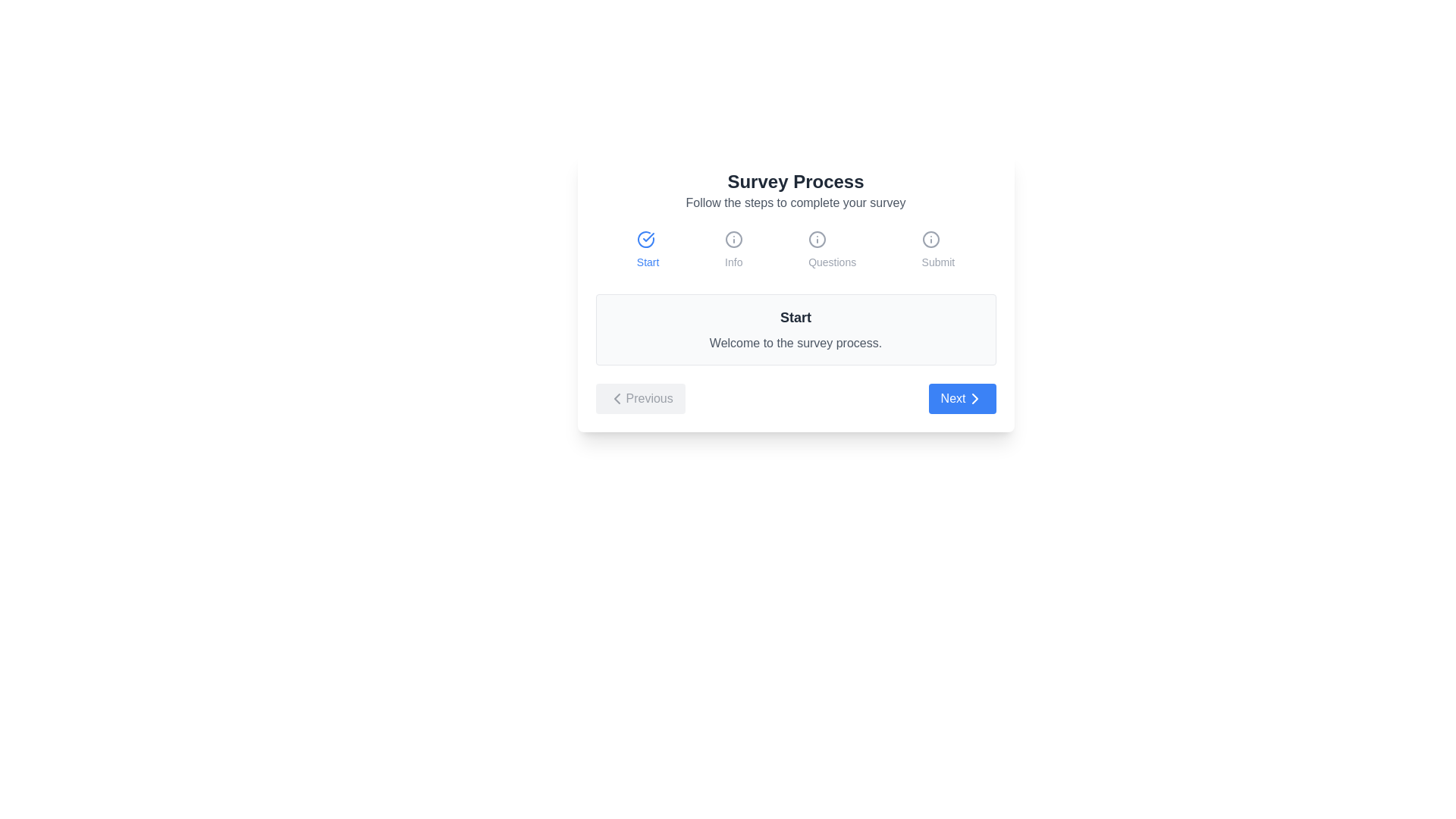 The image size is (1456, 819). What do you see at coordinates (733, 239) in the screenshot?
I see `the circular icon outlined in gray with a centered dot and a shorter line beneath it, located in the second step indicator of the survey process navigation, immediately after the 'Start' step and before 'Questions.'` at bounding box center [733, 239].